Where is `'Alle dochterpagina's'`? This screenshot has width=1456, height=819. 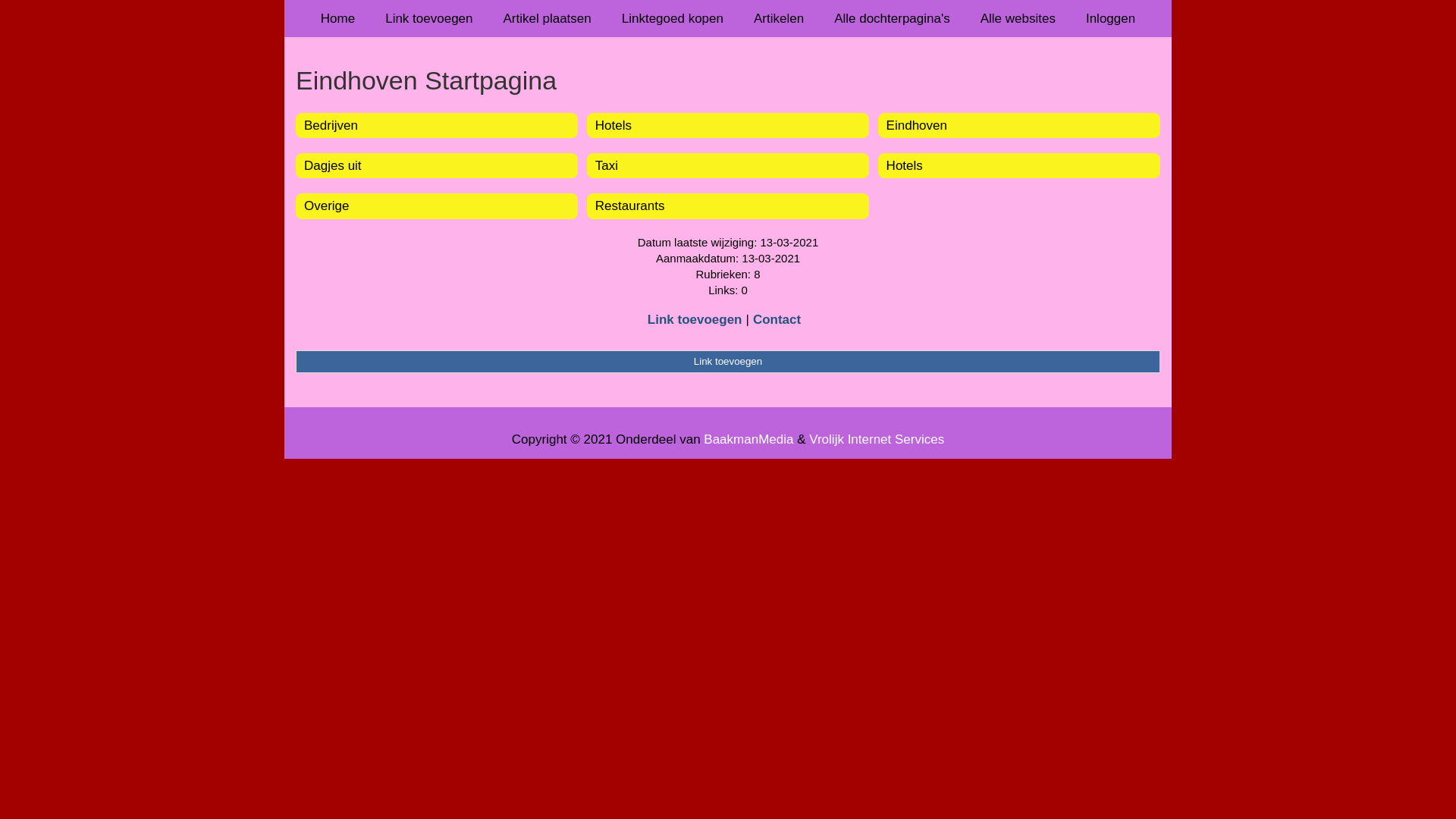 'Alle dochterpagina's' is located at coordinates (818, 18).